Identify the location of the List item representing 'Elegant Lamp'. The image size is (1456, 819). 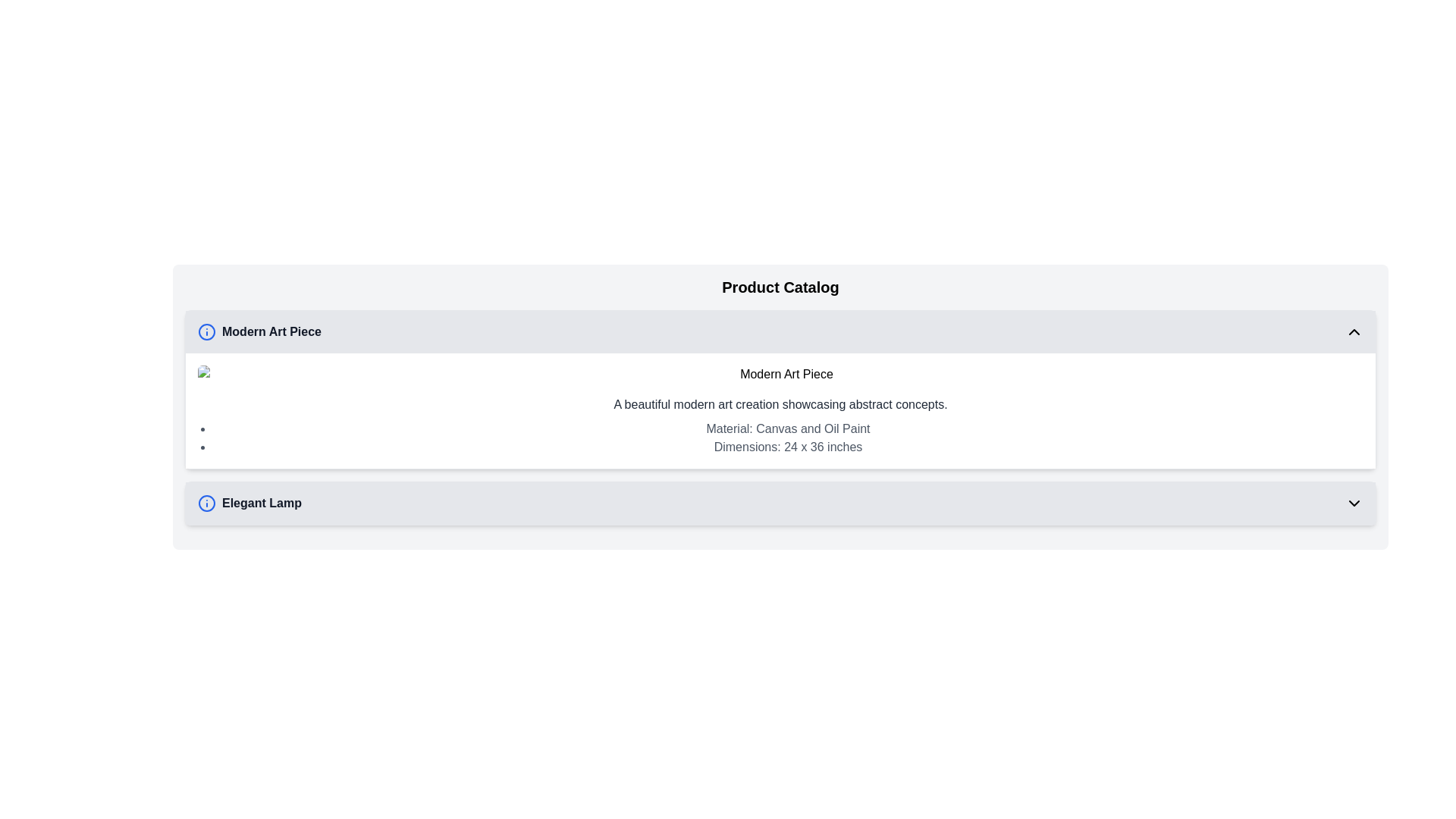
(780, 503).